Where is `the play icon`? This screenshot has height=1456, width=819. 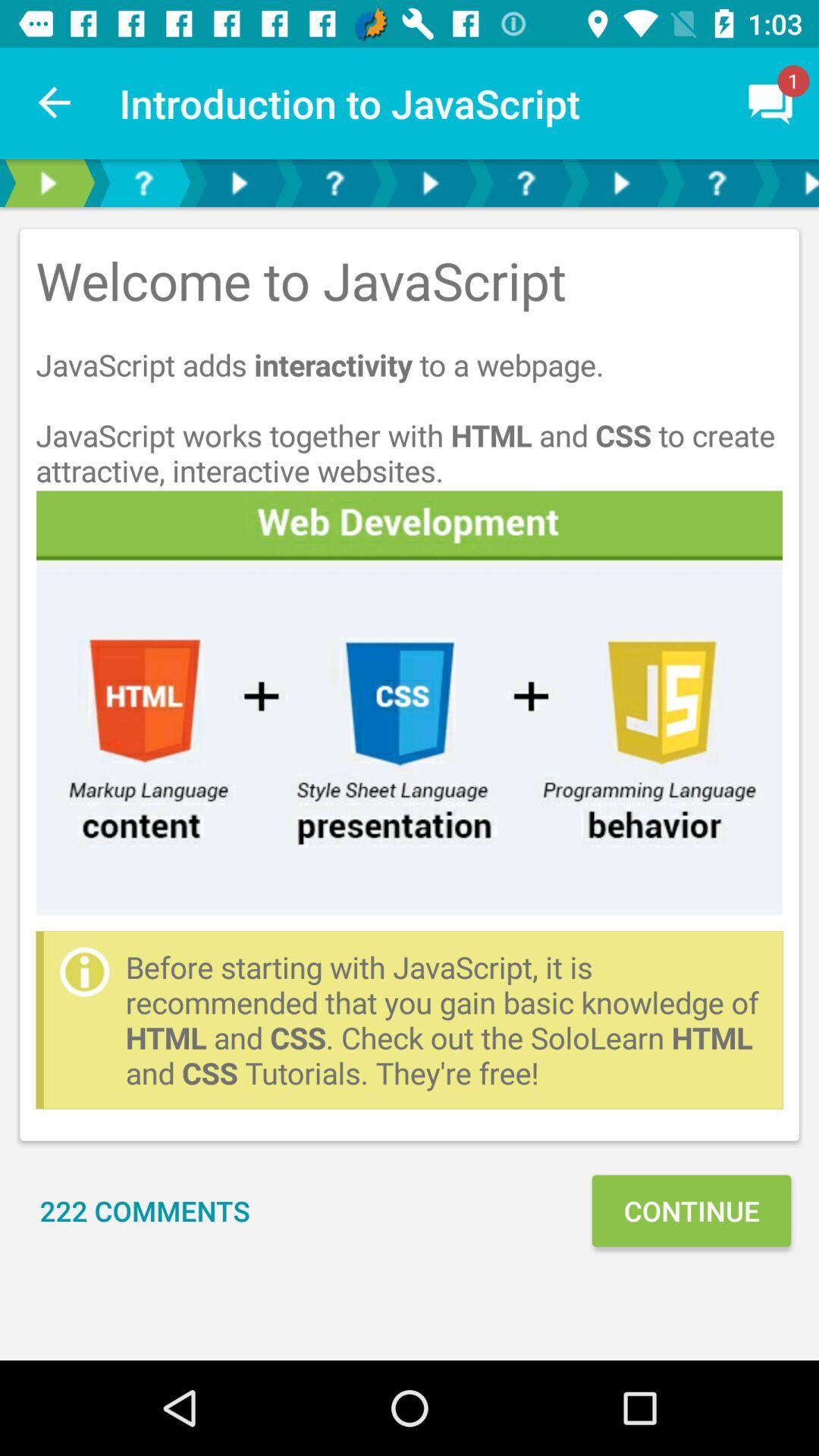
the play icon is located at coordinates (46, 182).